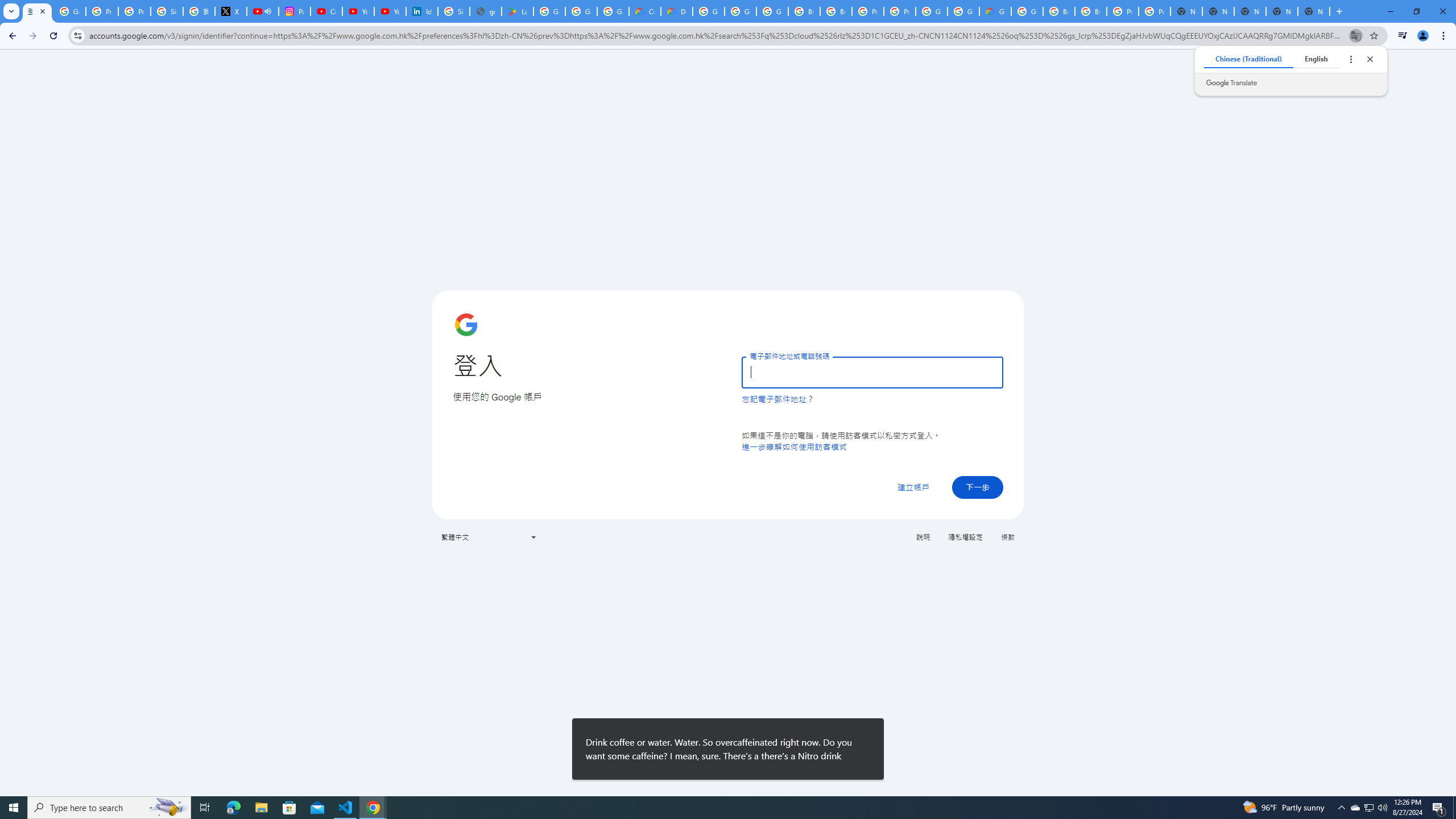  I want to click on 'google_privacy_policy_en.pdf', so click(485, 11).